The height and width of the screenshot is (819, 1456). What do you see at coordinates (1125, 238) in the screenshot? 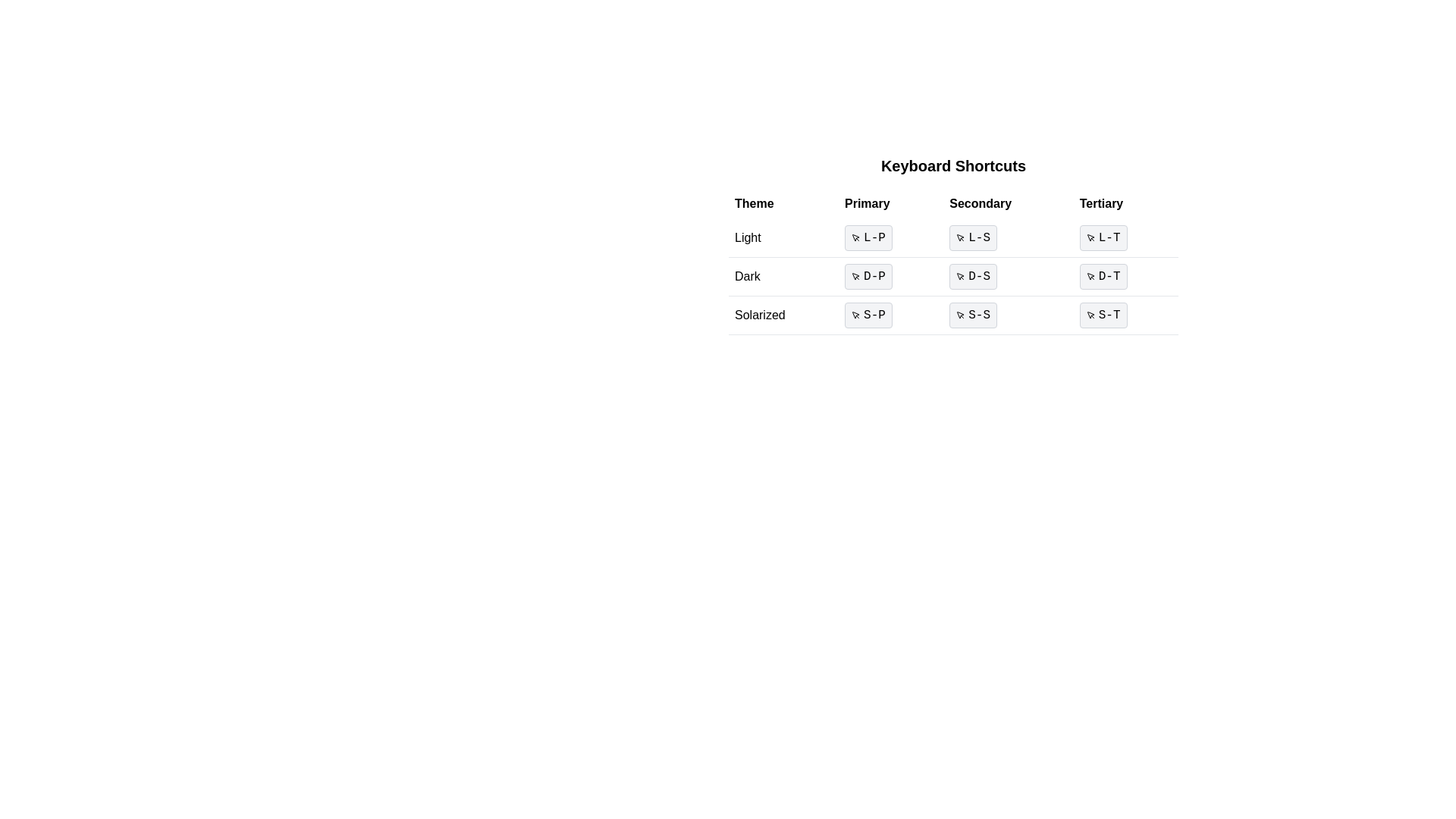
I see `the button representing the tertiary setting for the 'Light' theme, located on the far-right in its row under the column labeled 'Tertiary'` at bounding box center [1125, 238].